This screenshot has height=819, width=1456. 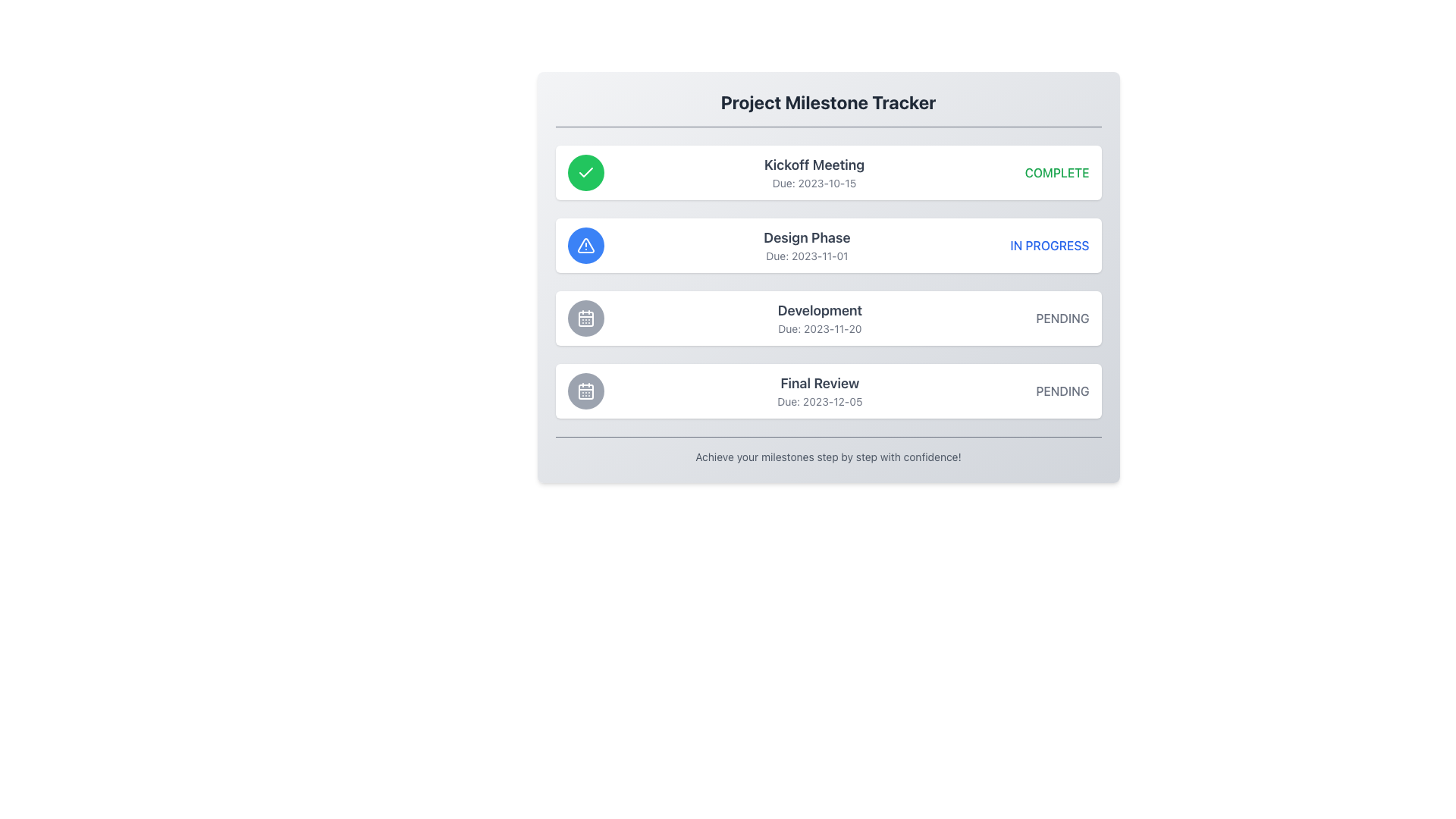 I want to click on the text label that reads 'Due: 2023-11-20', which is part of the 'Development' milestone row, positioned between the calendar icon on the left and the 'PENDING' status on the right, so click(x=819, y=328).